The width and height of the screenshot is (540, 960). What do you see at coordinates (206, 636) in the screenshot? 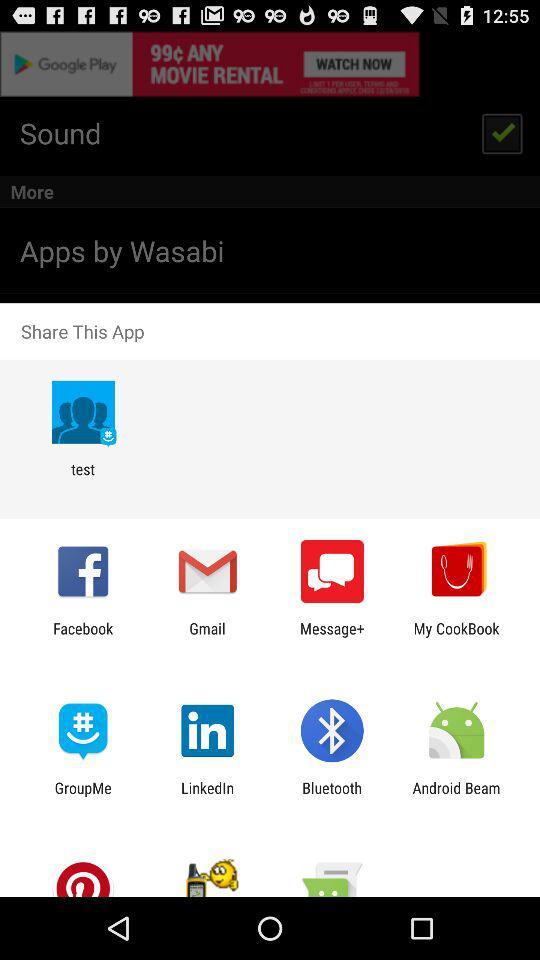
I see `app to the right of facebook app` at bounding box center [206, 636].